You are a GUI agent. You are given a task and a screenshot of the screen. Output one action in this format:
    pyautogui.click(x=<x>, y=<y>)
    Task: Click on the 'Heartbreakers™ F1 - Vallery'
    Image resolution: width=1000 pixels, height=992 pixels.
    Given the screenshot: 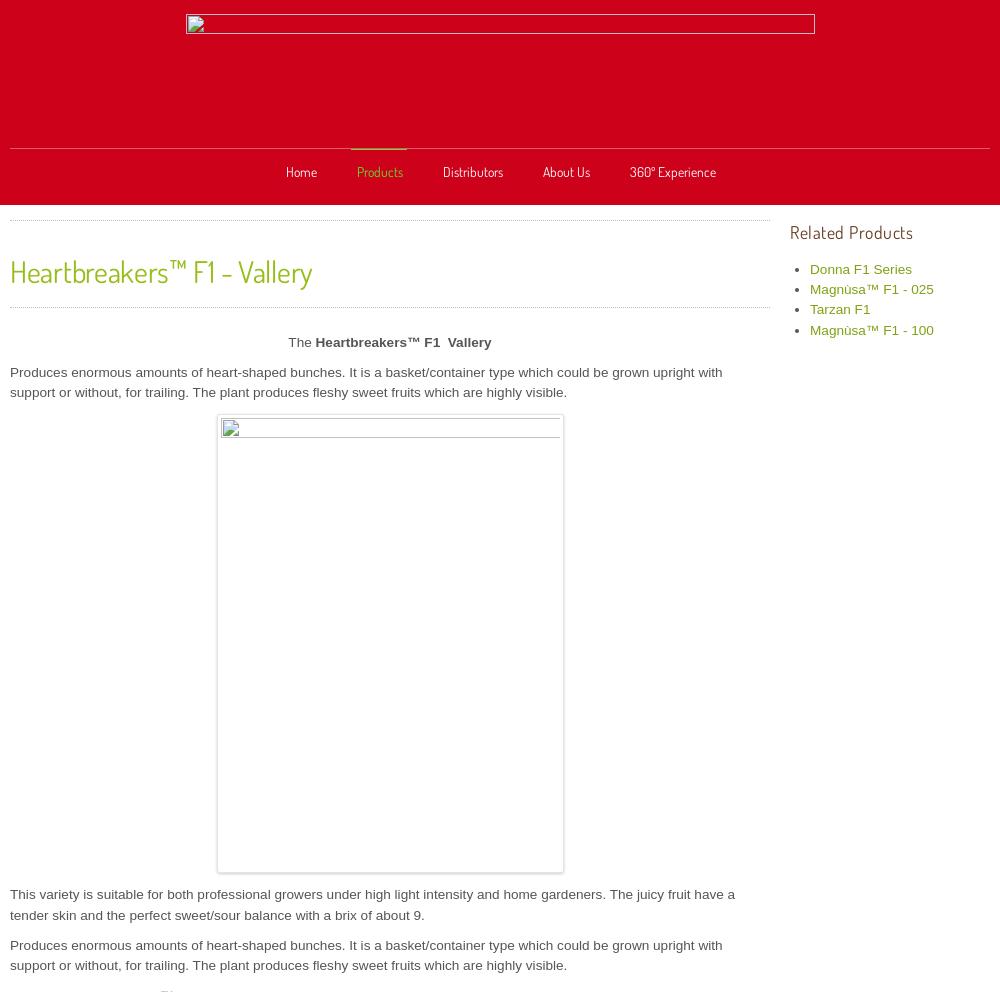 What is the action you would take?
    pyautogui.click(x=161, y=269)
    